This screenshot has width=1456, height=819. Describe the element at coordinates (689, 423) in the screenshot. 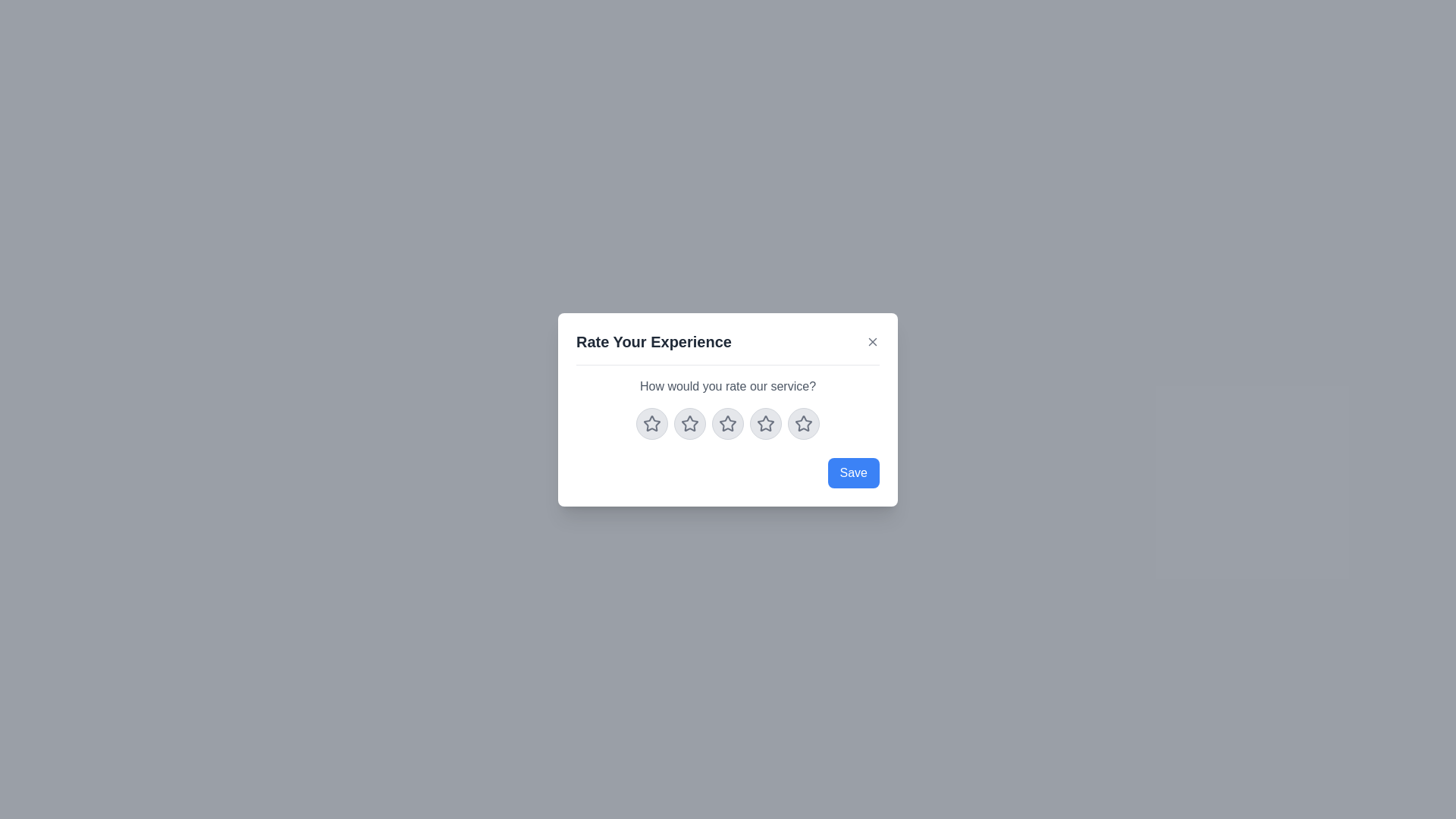

I see `the star corresponding to the rating 2` at that location.